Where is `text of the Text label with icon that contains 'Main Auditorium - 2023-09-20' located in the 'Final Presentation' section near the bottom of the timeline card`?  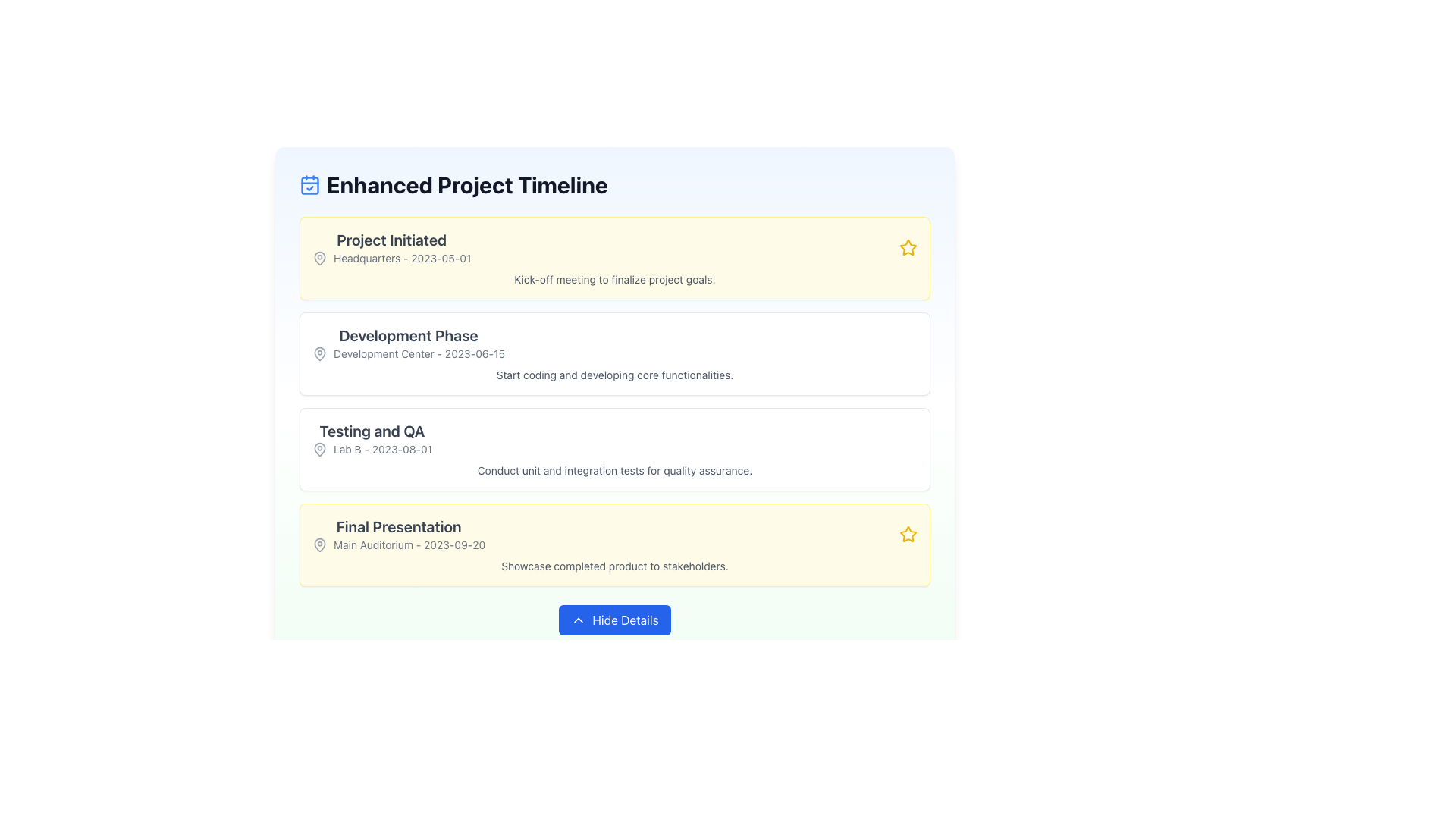 text of the Text label with icon that contains 'Main Auditorium - 2023-09-20' located in the 'Final Presentation' section near the bottom of the timeline card is located at coordinates (399, 544).